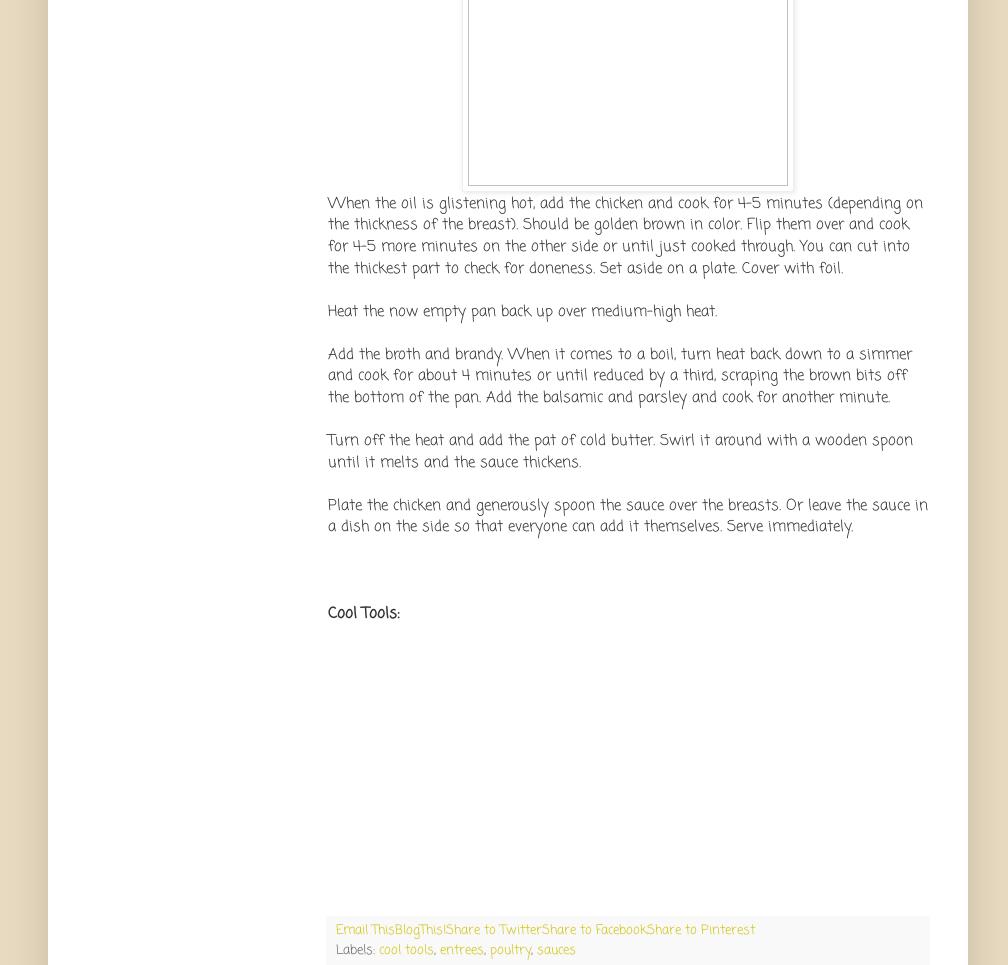 This screenshot has height=965, width=1008. I want to click on 'Email This', so click(365, 929).